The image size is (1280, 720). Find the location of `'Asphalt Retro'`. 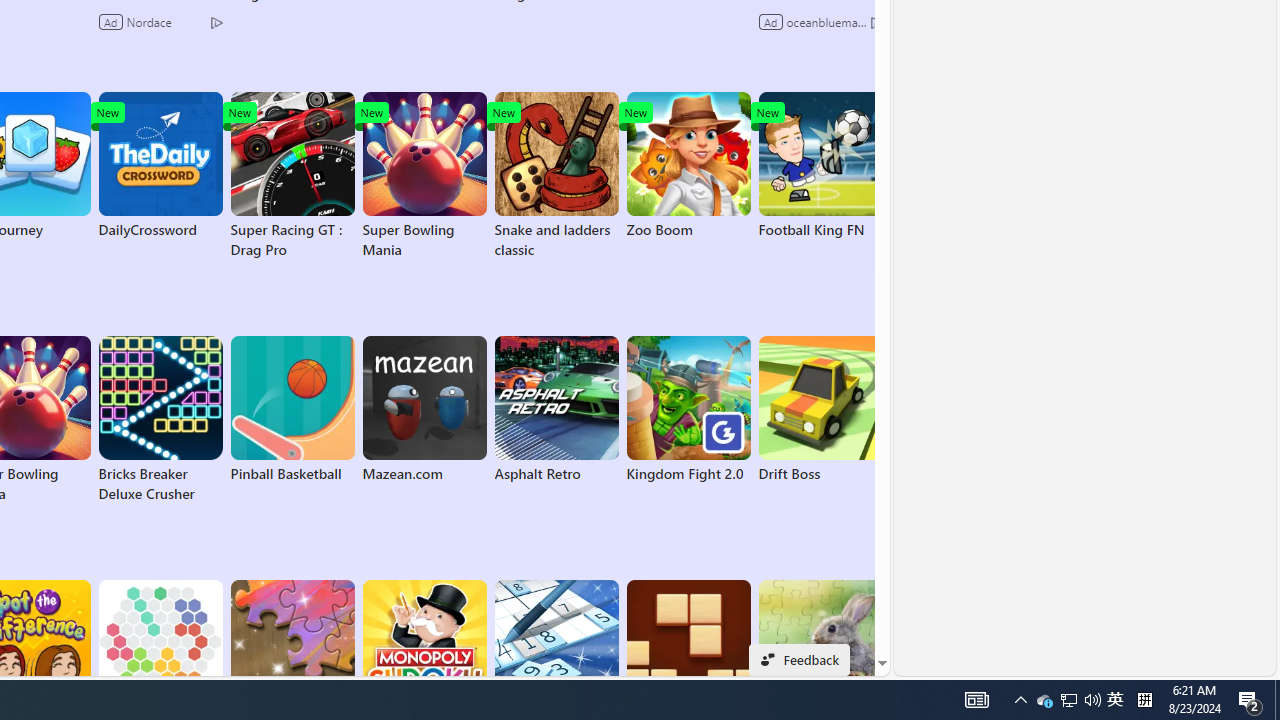

'Asphalt Retro' is located at coordinates (556, 409).